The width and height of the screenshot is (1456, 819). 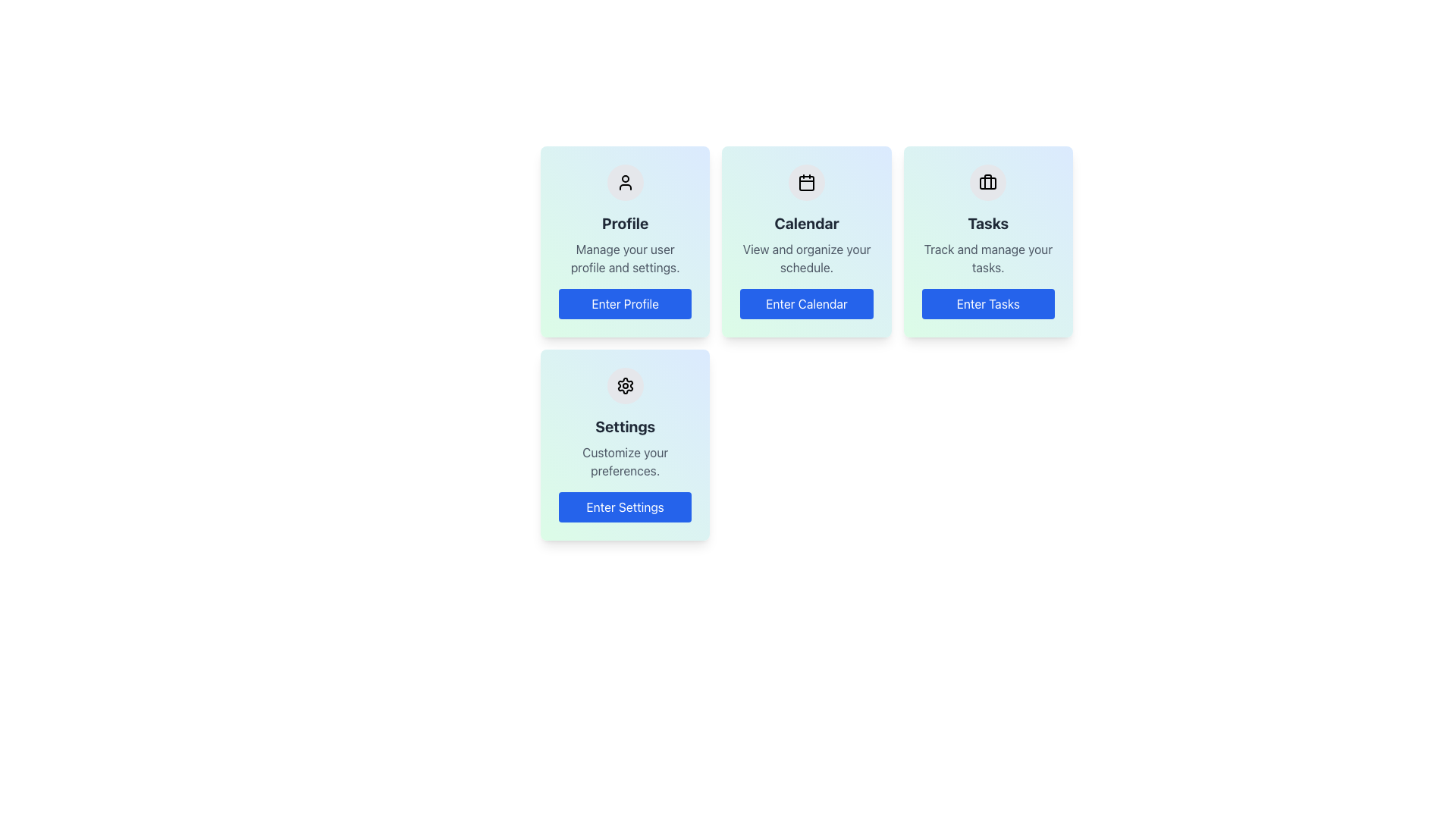 I want to click on the settings icon located within the 'Settings' card component, positioned centrally above the 'Enter Settings' button and below the 'Settings' title, so click(x=625, y=385).